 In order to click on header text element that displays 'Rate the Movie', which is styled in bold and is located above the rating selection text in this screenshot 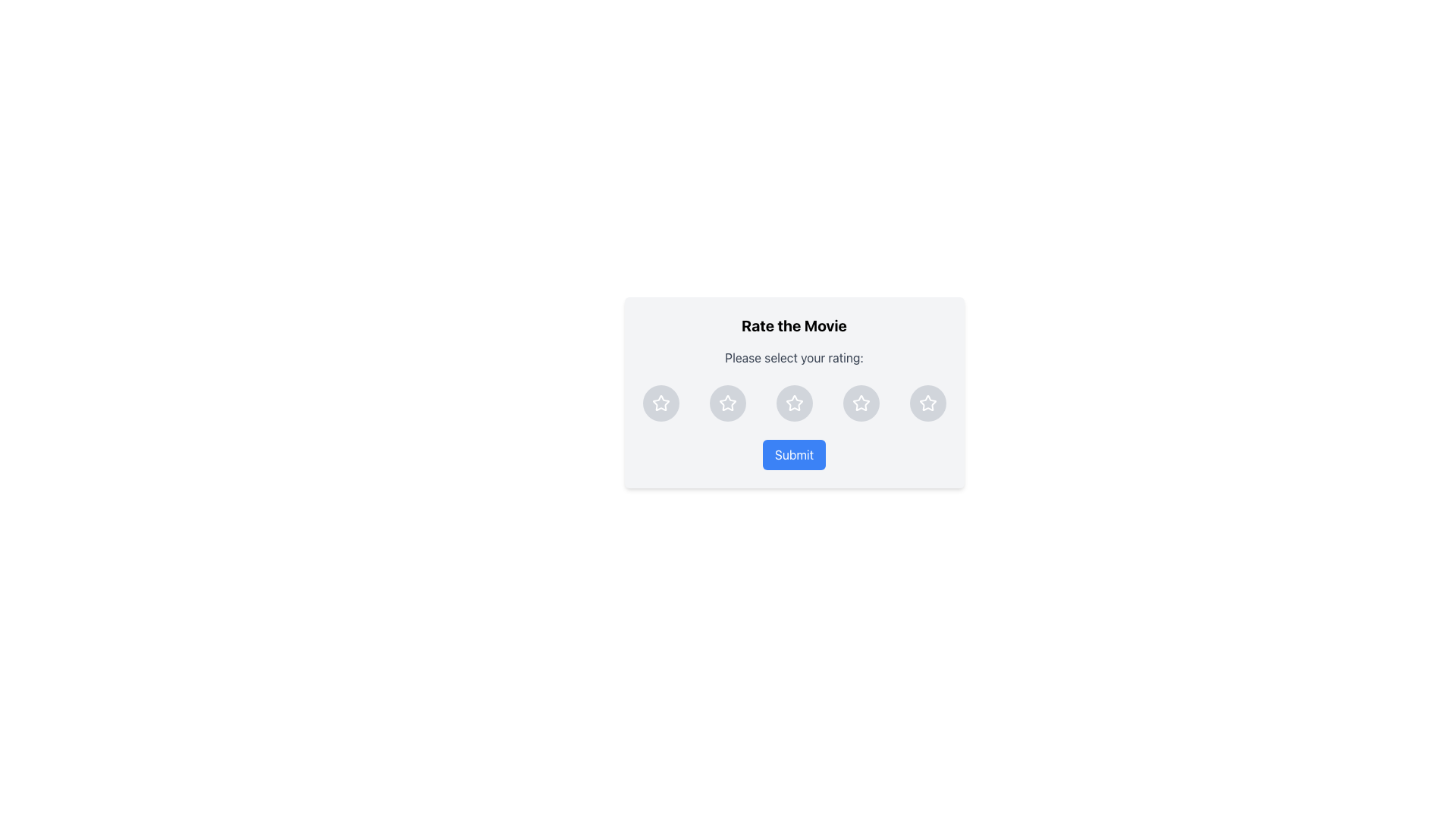, I will do `click(793, 325)`.